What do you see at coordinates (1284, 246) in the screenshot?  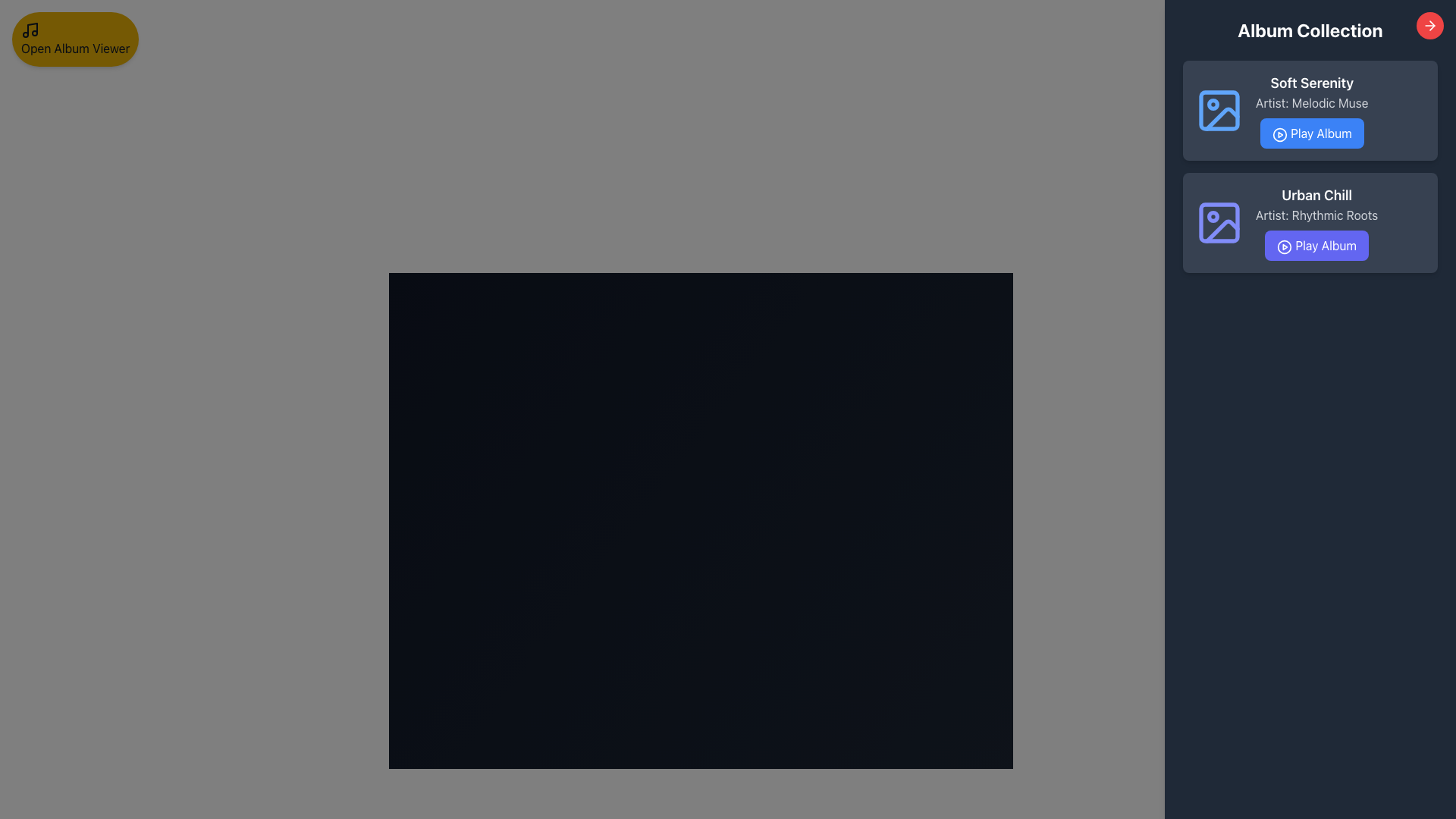 I see `the SVG-based play icon within the 'Play Album' button for the album 'Urban Chill' located on the second album card` at bounding box center [1284, 246].